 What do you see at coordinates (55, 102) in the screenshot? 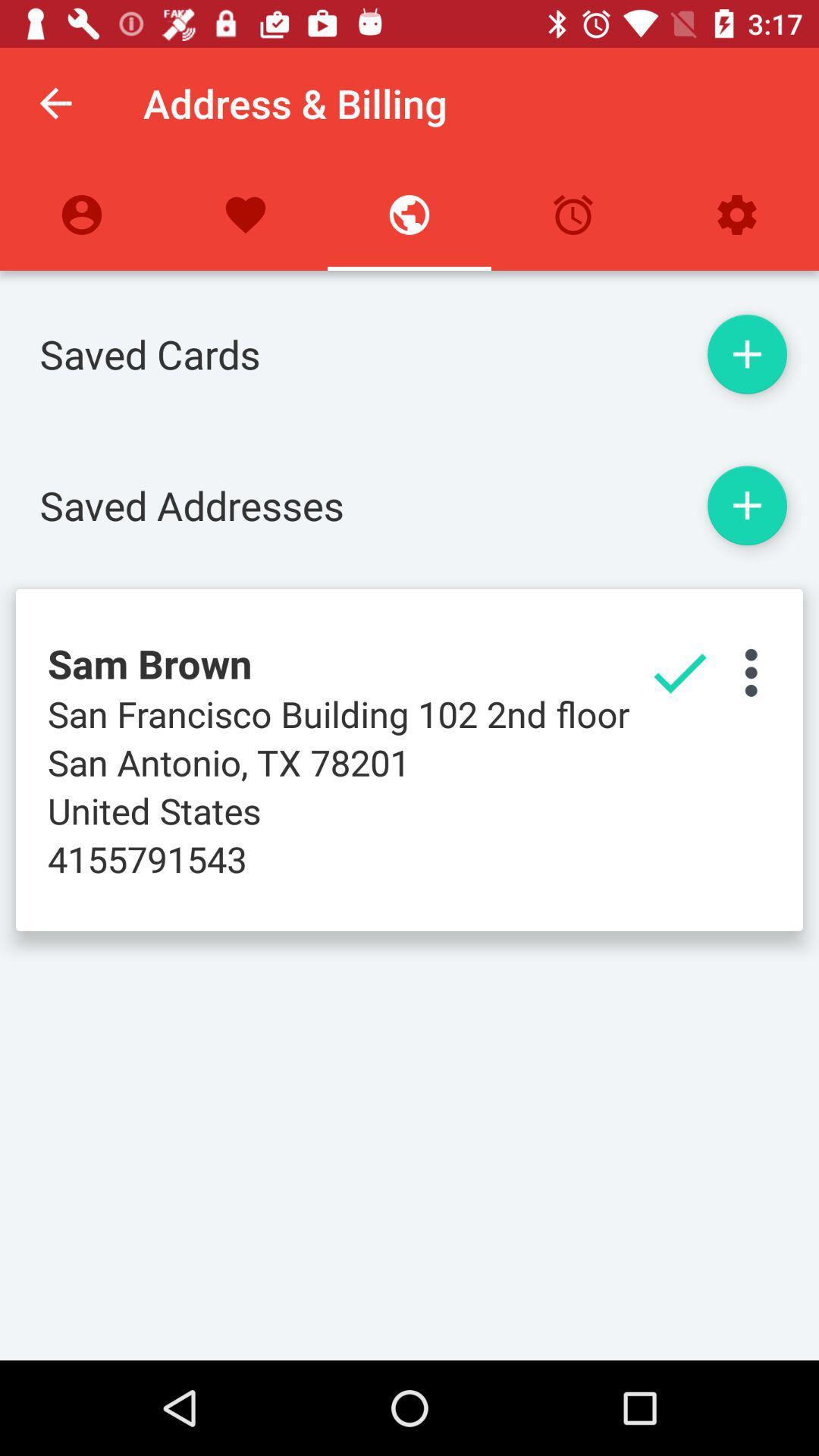
I see `icon to the left of address & billing item` at bounding box center [55, 102].